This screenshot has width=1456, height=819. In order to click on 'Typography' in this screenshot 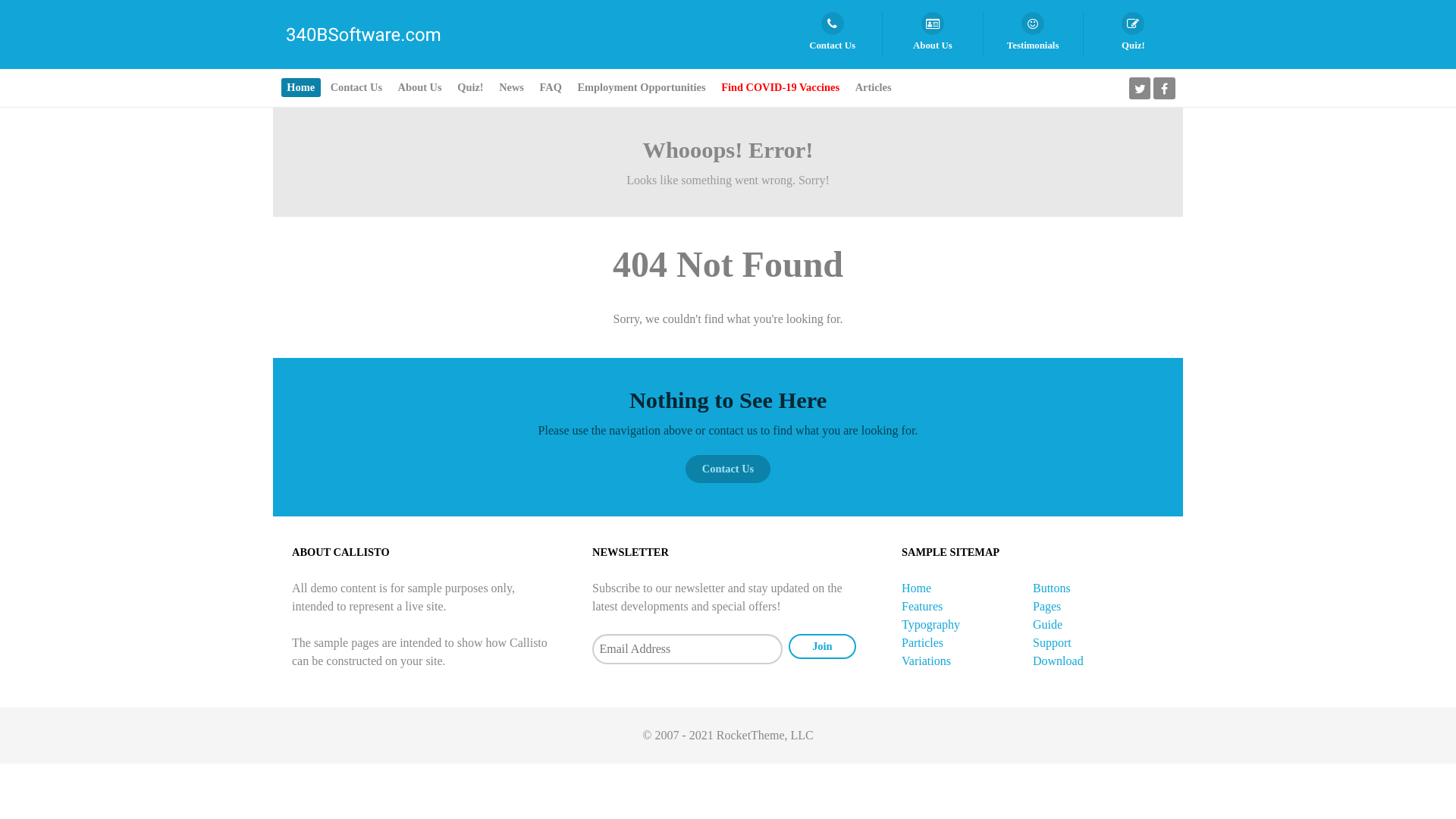, I will do `click(930, 624)`.